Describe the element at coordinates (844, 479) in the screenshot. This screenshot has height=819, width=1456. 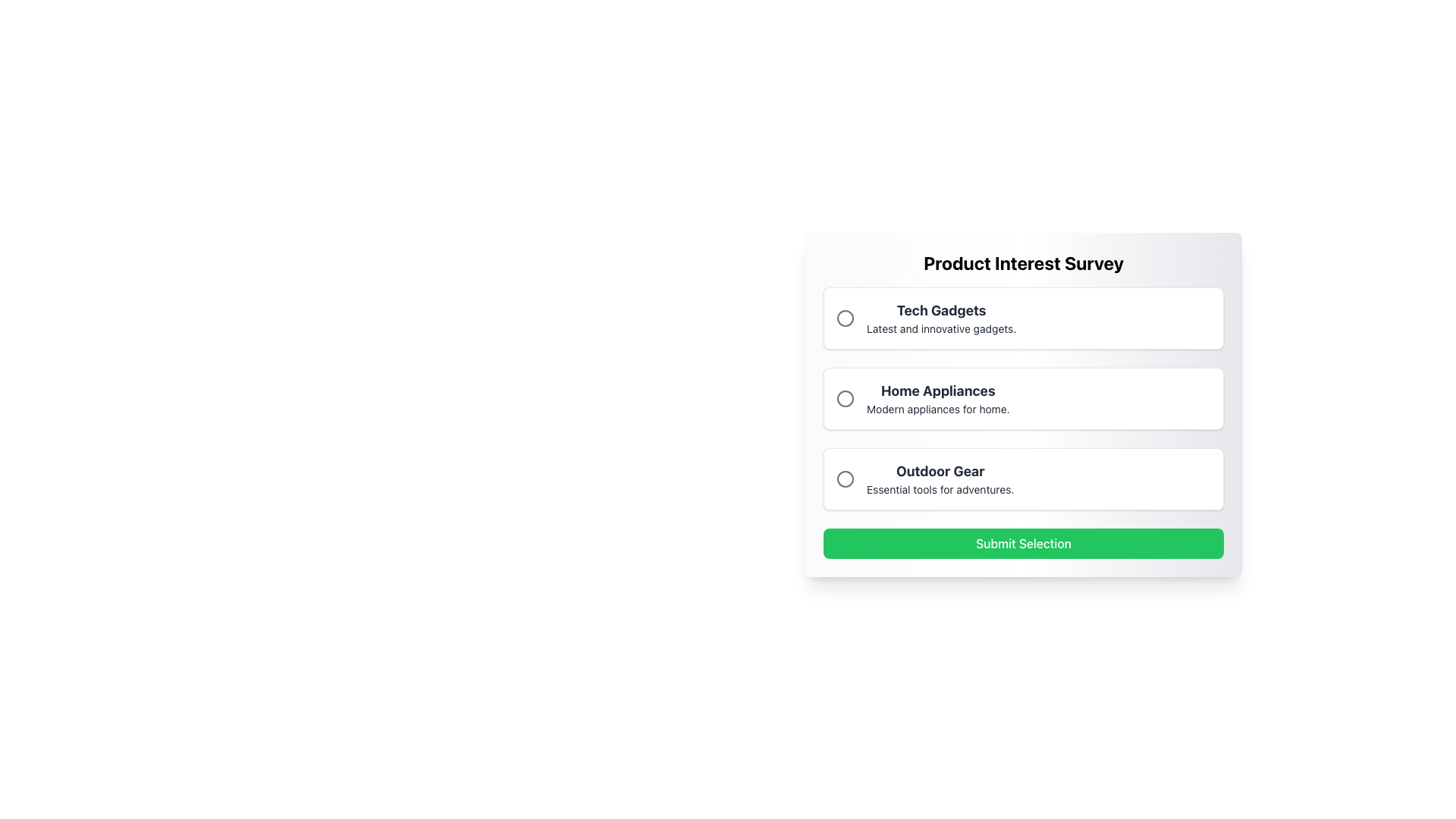
I see `the hollow ring SVG circle located next to the text 'Outdoor Gear' in the third option of the survey form` at that location.